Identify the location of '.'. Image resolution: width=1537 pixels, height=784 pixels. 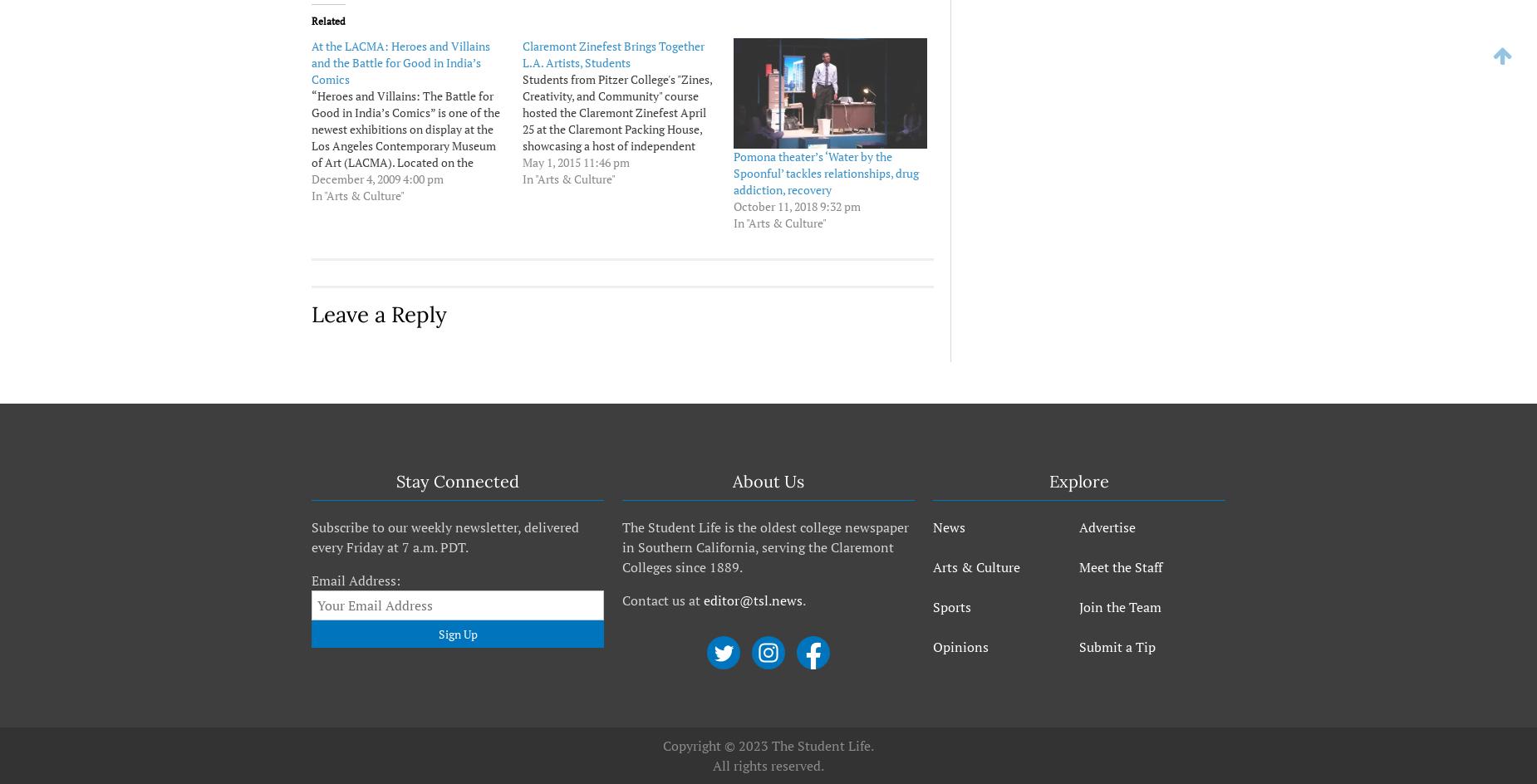
(802, 600).